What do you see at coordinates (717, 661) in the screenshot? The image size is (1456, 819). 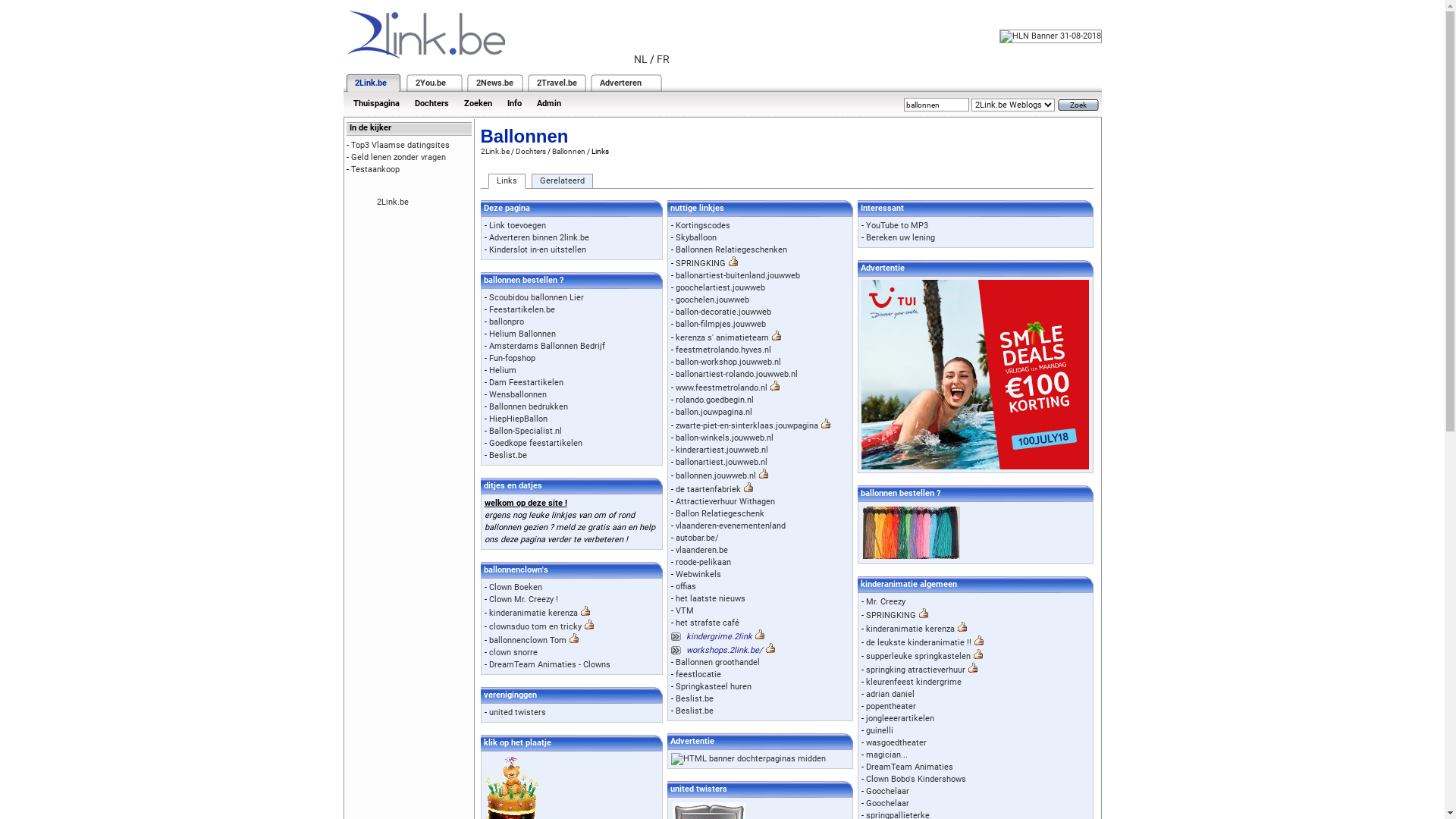 I see `'Ballonnen groothandel'` at bounding box center [717, 661].